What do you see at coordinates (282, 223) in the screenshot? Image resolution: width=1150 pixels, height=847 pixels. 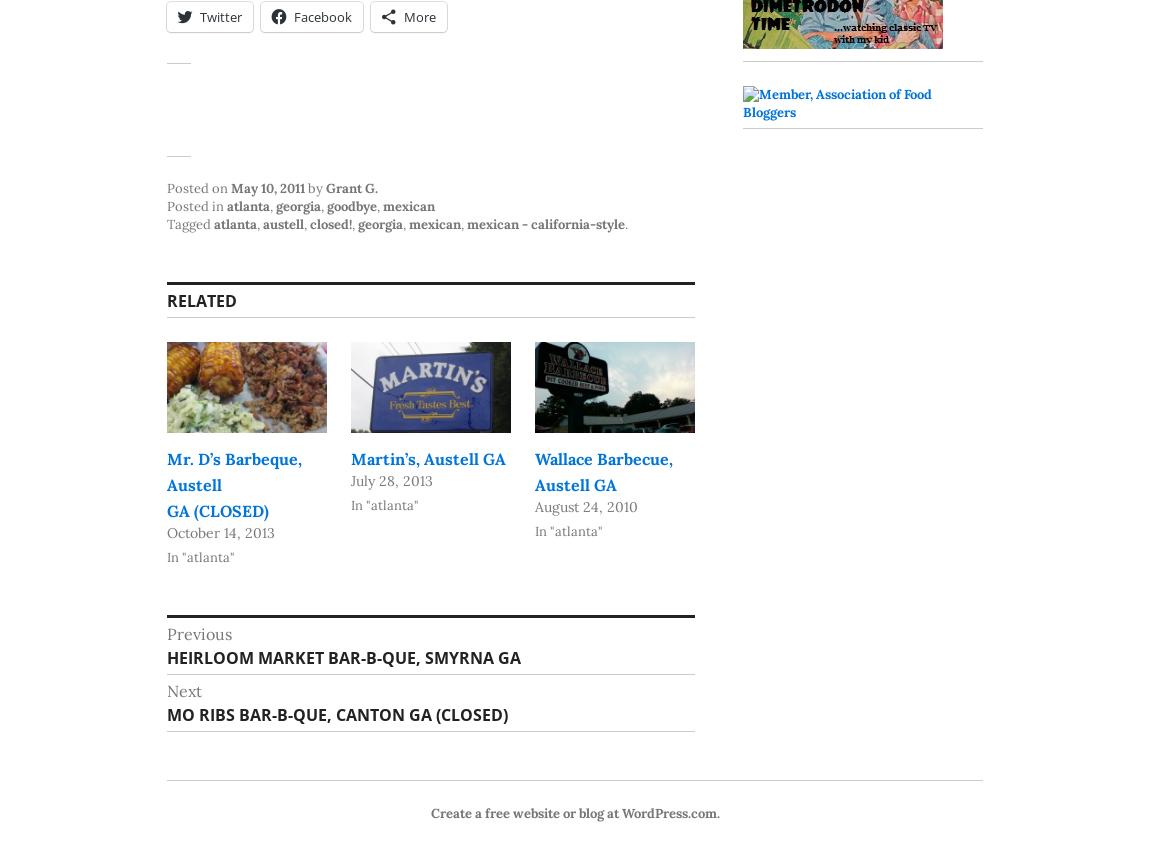 I see `'austell'` at bounding box center [282, 223].